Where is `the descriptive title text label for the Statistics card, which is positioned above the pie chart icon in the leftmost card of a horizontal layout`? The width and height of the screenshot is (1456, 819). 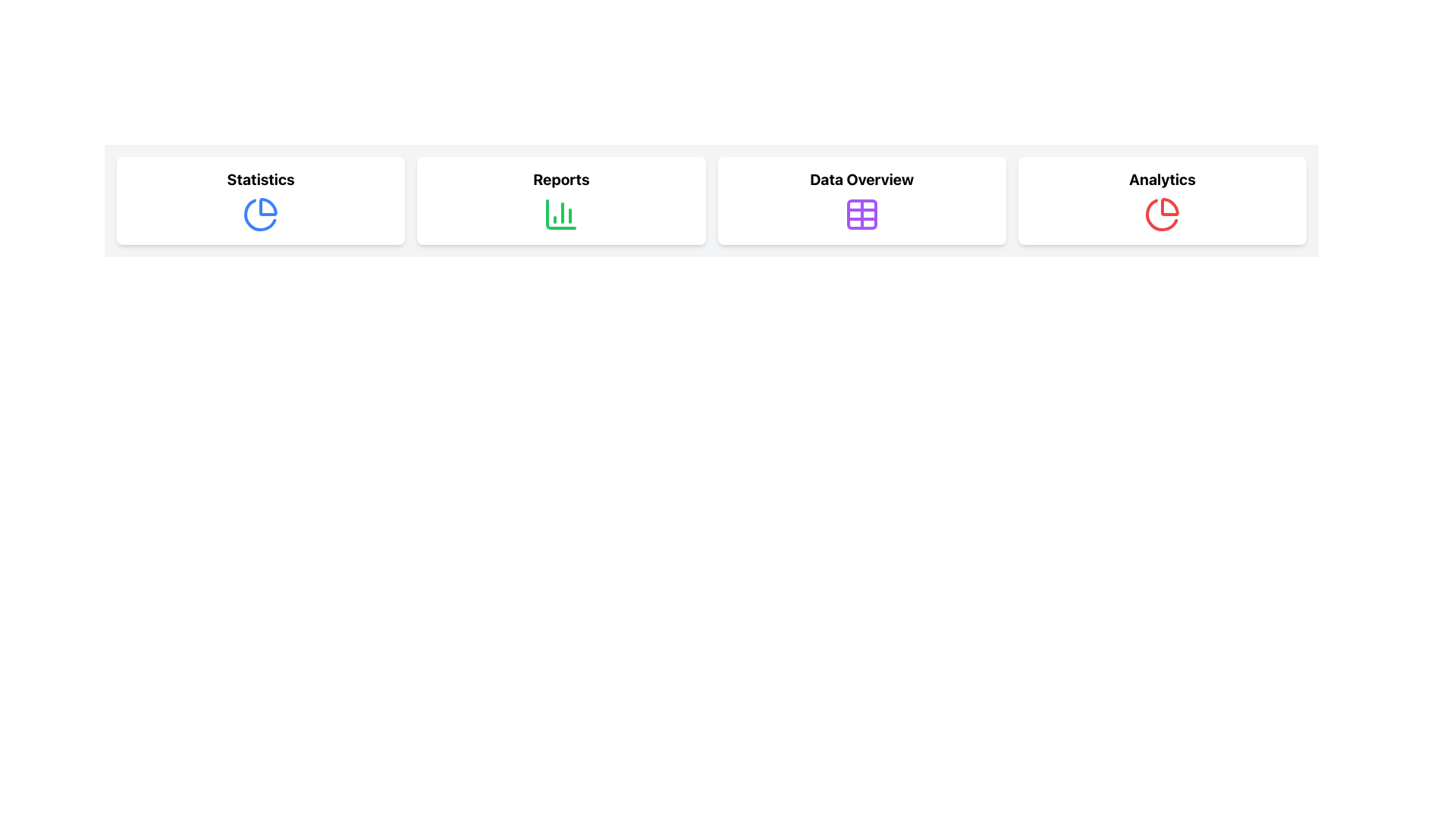 the descriptive title text label for the Statistics card, which is positioned above the pie chart icon in the leftmost card of a horizontal layout is located at coordinates (261, 178).